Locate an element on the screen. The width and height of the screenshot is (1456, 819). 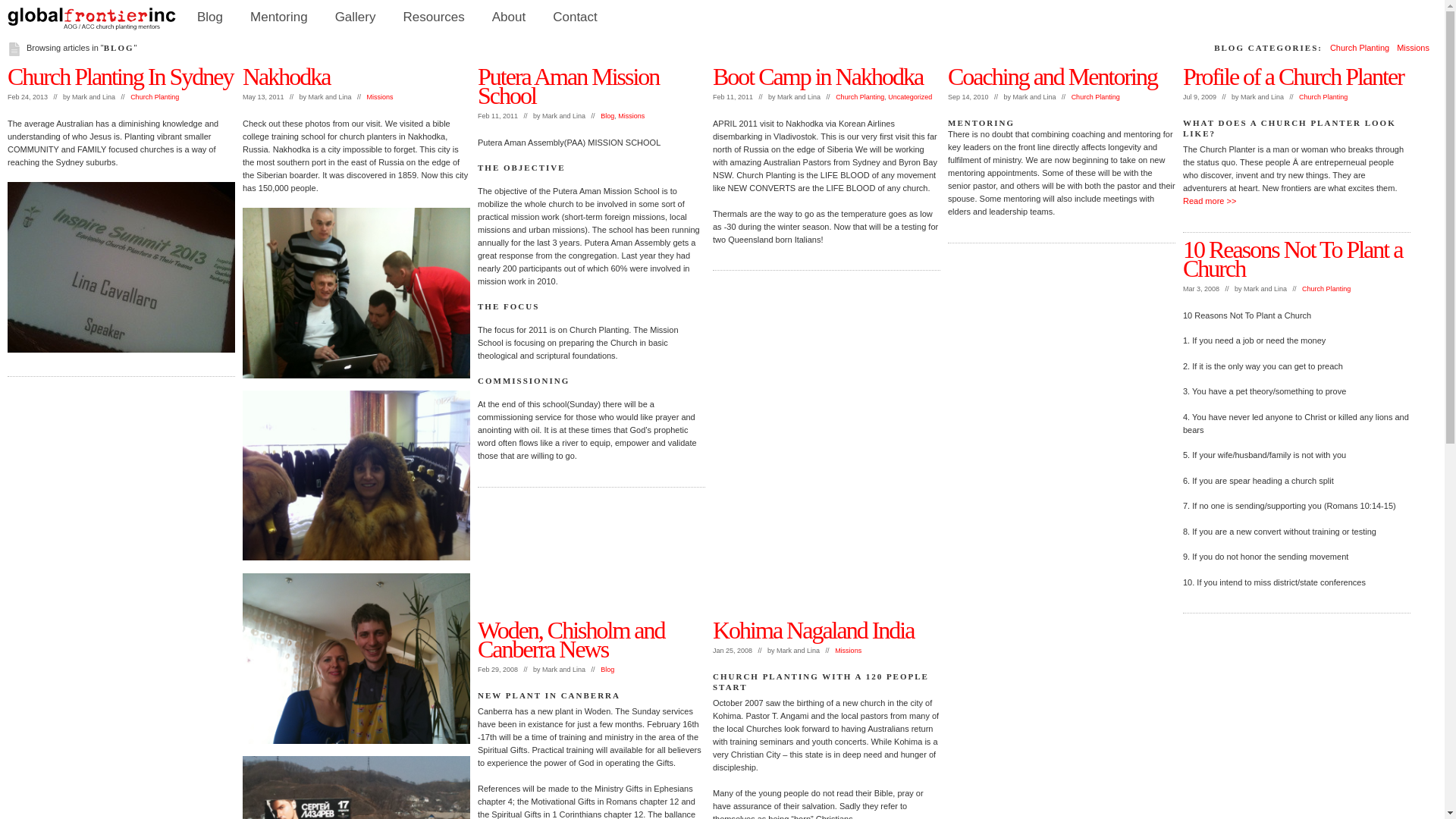
'Mentoring' is located at coordinates (279, 17).